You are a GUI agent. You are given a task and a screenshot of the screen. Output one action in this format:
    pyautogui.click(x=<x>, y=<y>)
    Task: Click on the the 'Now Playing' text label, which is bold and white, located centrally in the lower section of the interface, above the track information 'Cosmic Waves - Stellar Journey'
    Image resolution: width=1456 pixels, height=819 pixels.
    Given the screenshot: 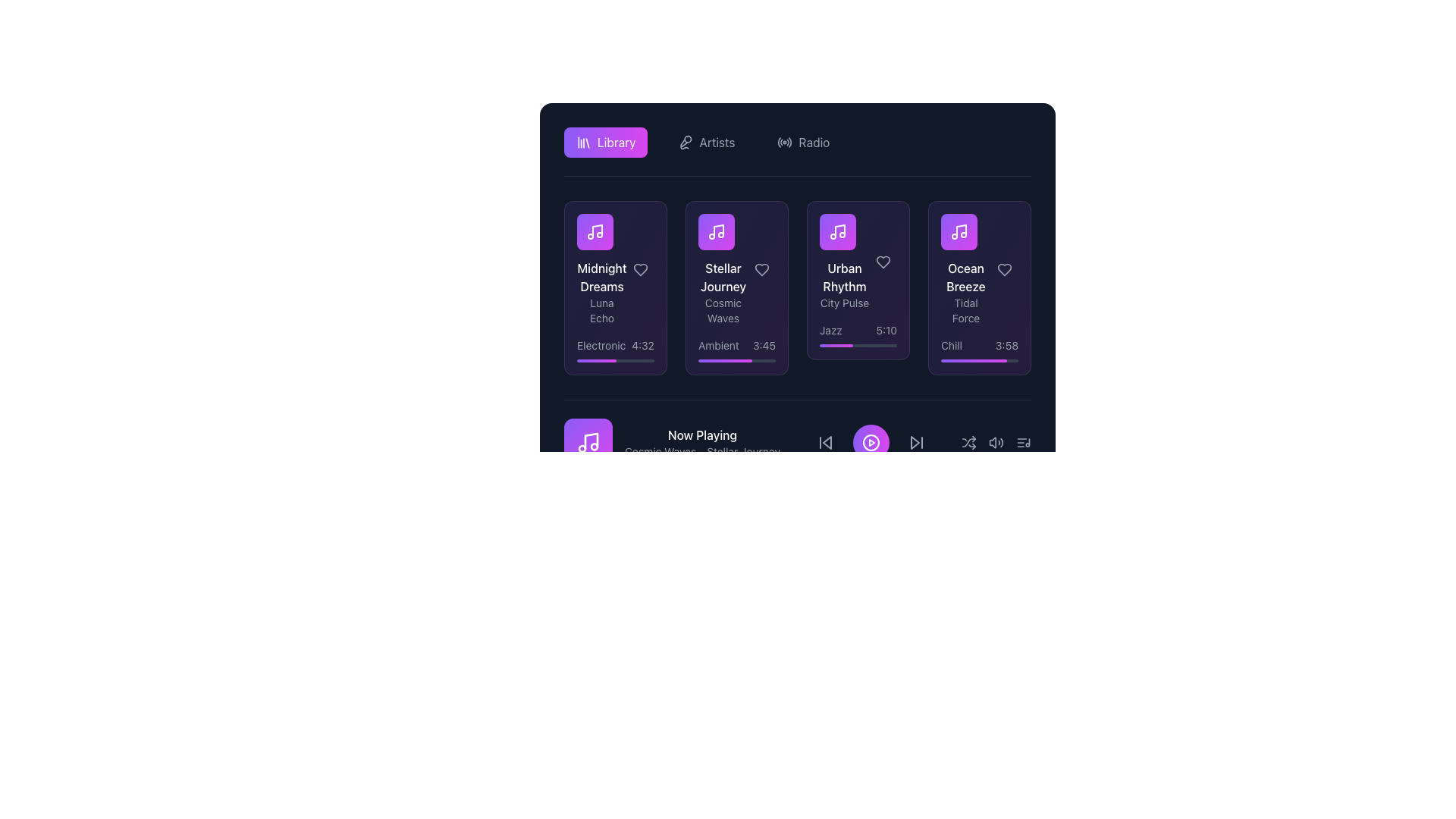 What is the action you would take?
    pyautogui.click(x=701, y=435)
    